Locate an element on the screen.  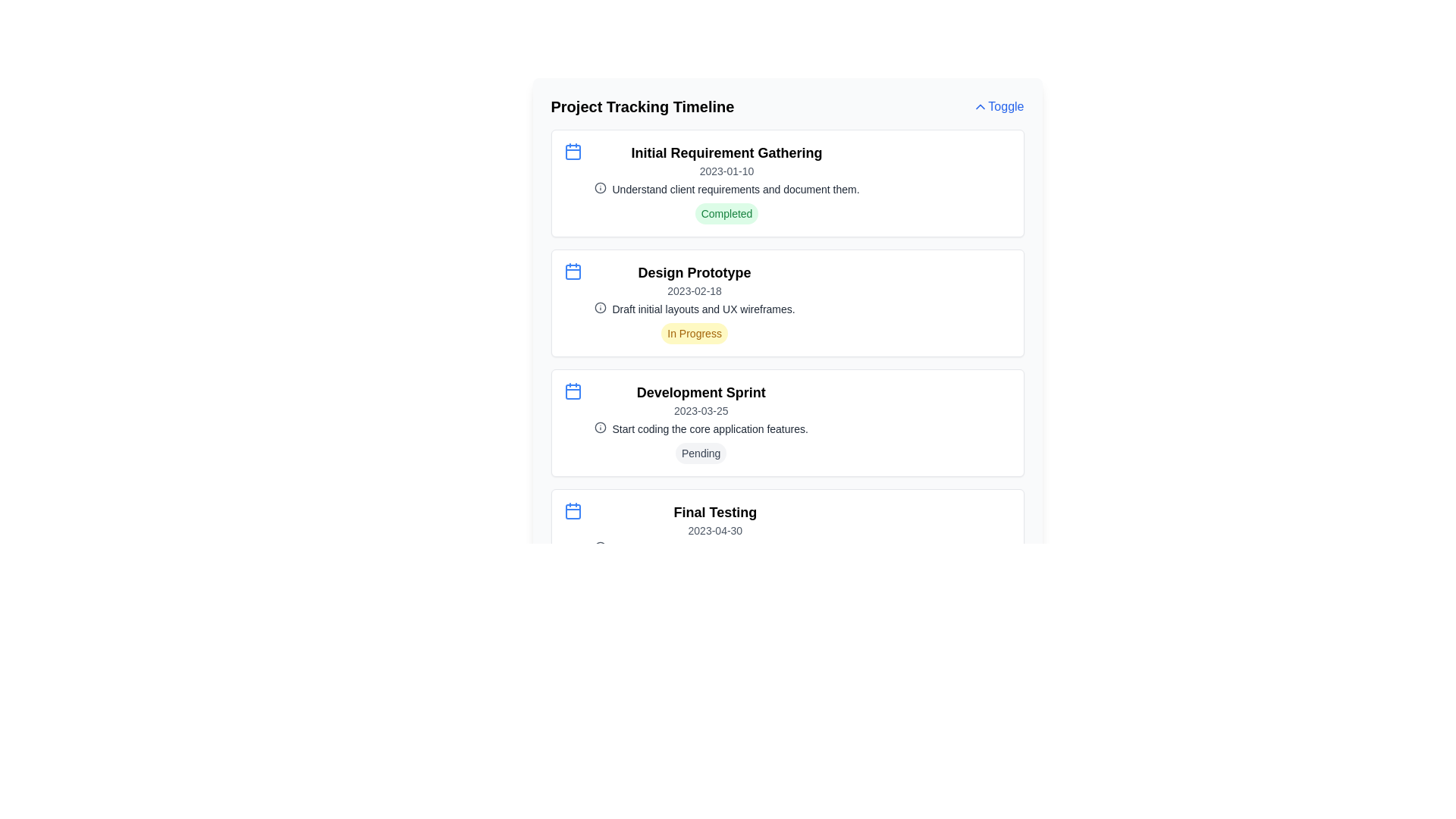
the decorative rectangle that is part of the calendar icon within the 'Development Sprint' card in the timeline list is located at coordinates (572, 391).